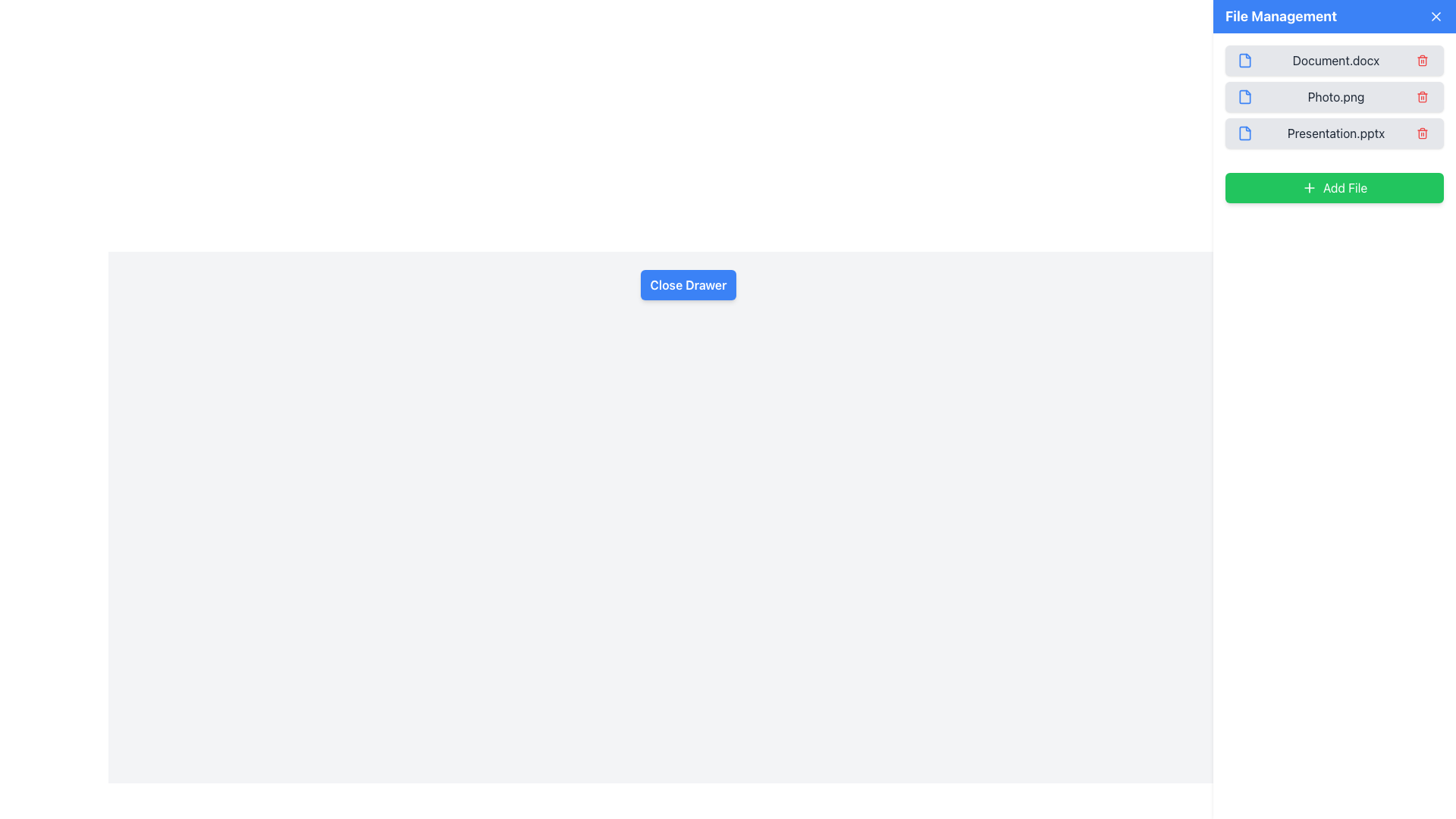  Describe the element at coordinates (1422, 96) in the screenshot. I see `the red trash can icon button located to the right of the file name 'Photo.png'` at that location.